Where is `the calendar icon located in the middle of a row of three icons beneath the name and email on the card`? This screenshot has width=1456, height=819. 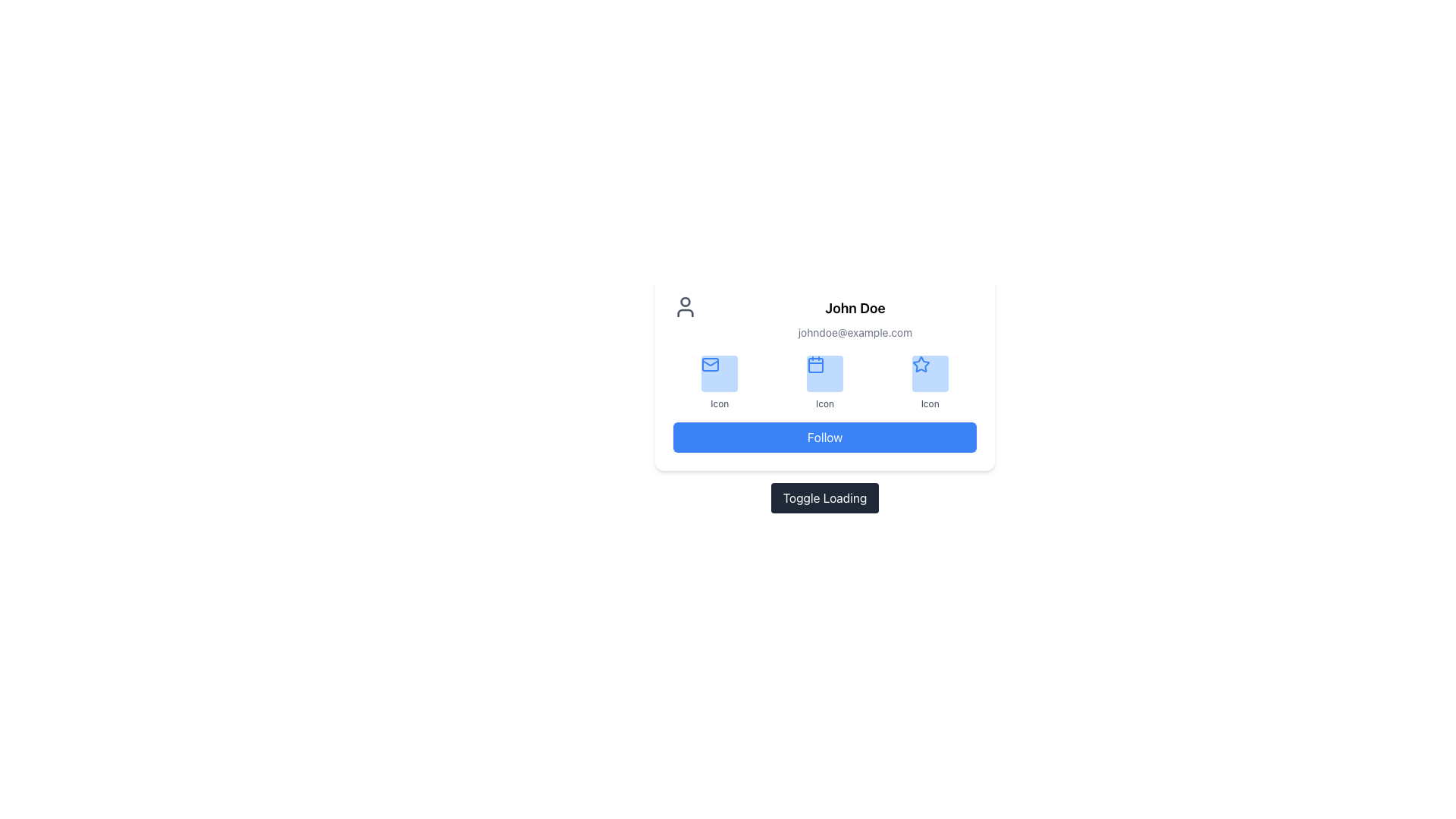
the calendar icon located in the middle of a row of three icons beneath the name and email on the card is located at coordinates (814, 365).